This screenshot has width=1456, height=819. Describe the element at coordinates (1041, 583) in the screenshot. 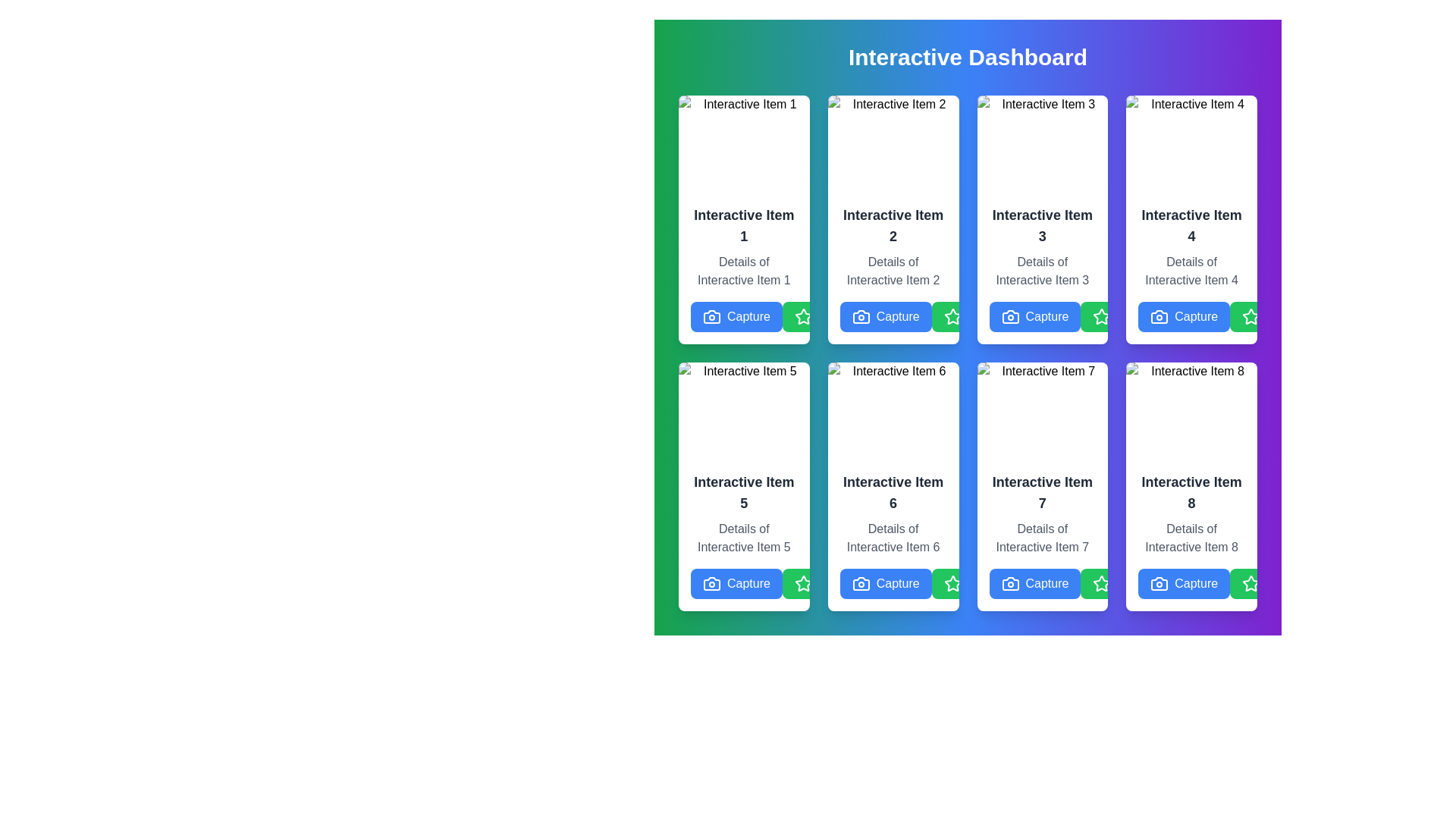

I see `the button for 'Interactive Item 7'` at that location.